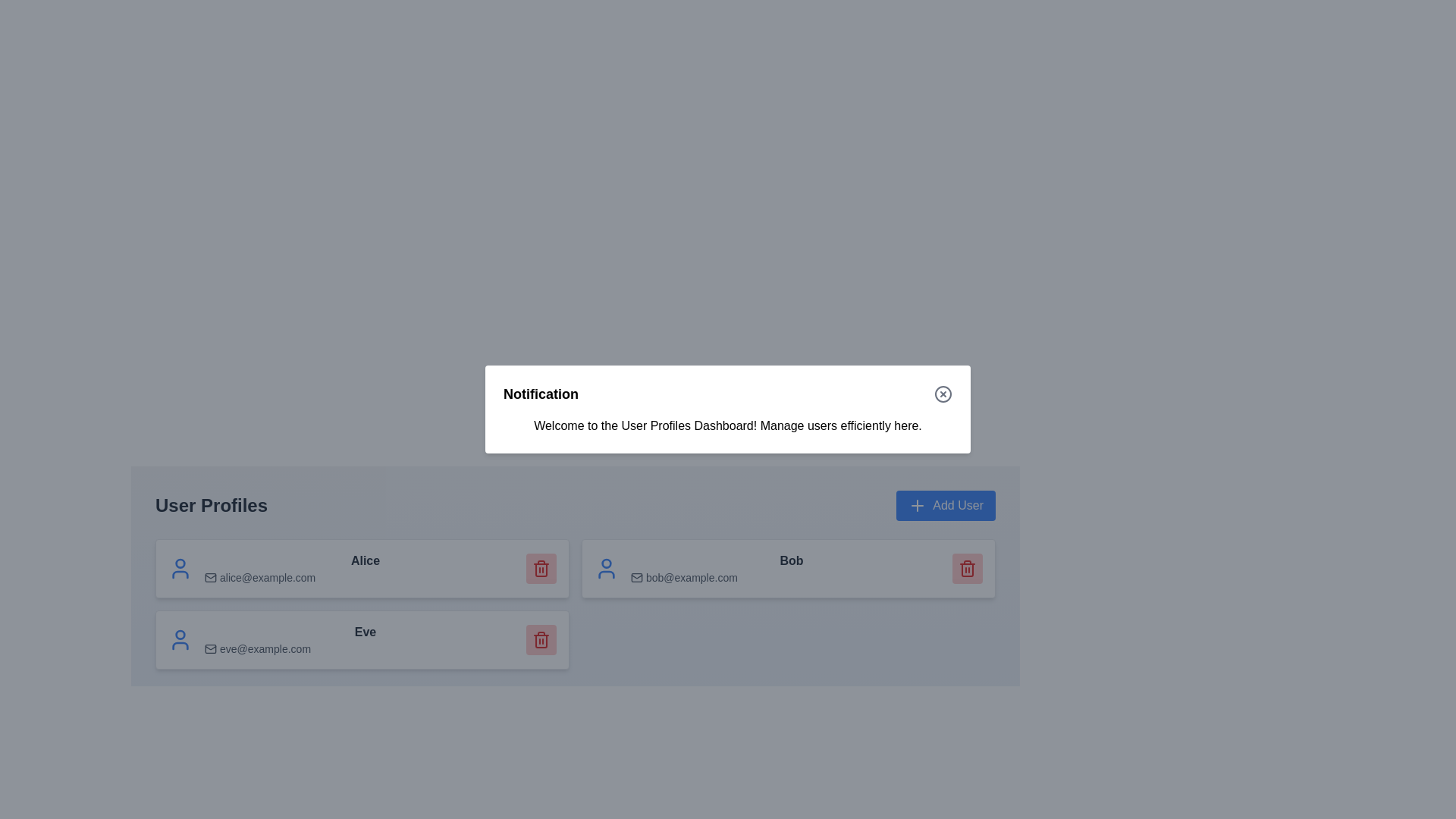 This screenshot has width=1456, height=819. What do you see at coordinates (917, 506) in the screenshot?
I see `the plus (+) icon located inside the blue 'Add User' button at the upper-right corner of the user interface` at bounding box center [917, 506].